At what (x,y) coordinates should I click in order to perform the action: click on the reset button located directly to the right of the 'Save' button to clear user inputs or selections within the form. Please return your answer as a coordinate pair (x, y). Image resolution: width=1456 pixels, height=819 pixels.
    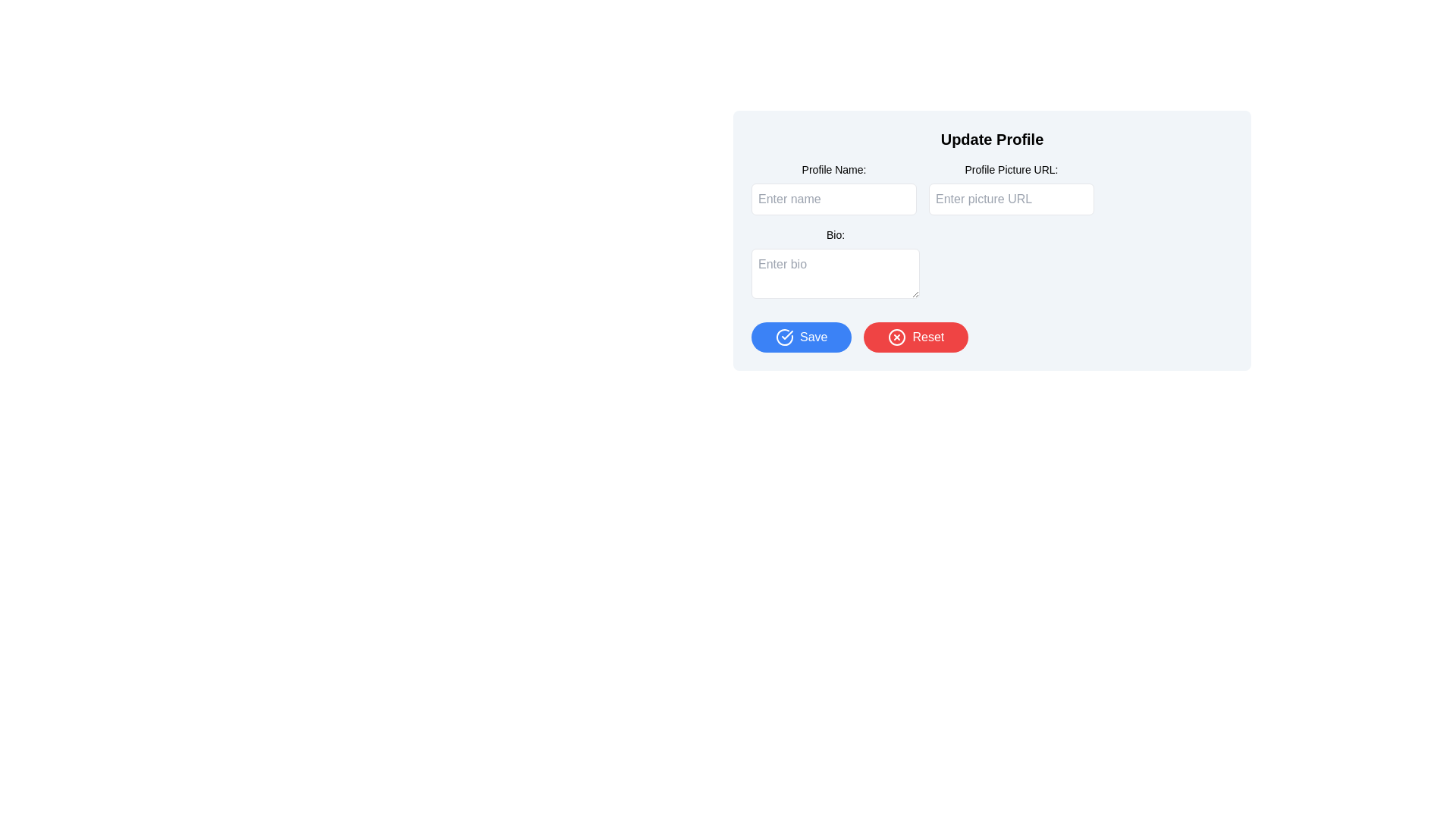
    Looking at the image, I should click on (915, 336).